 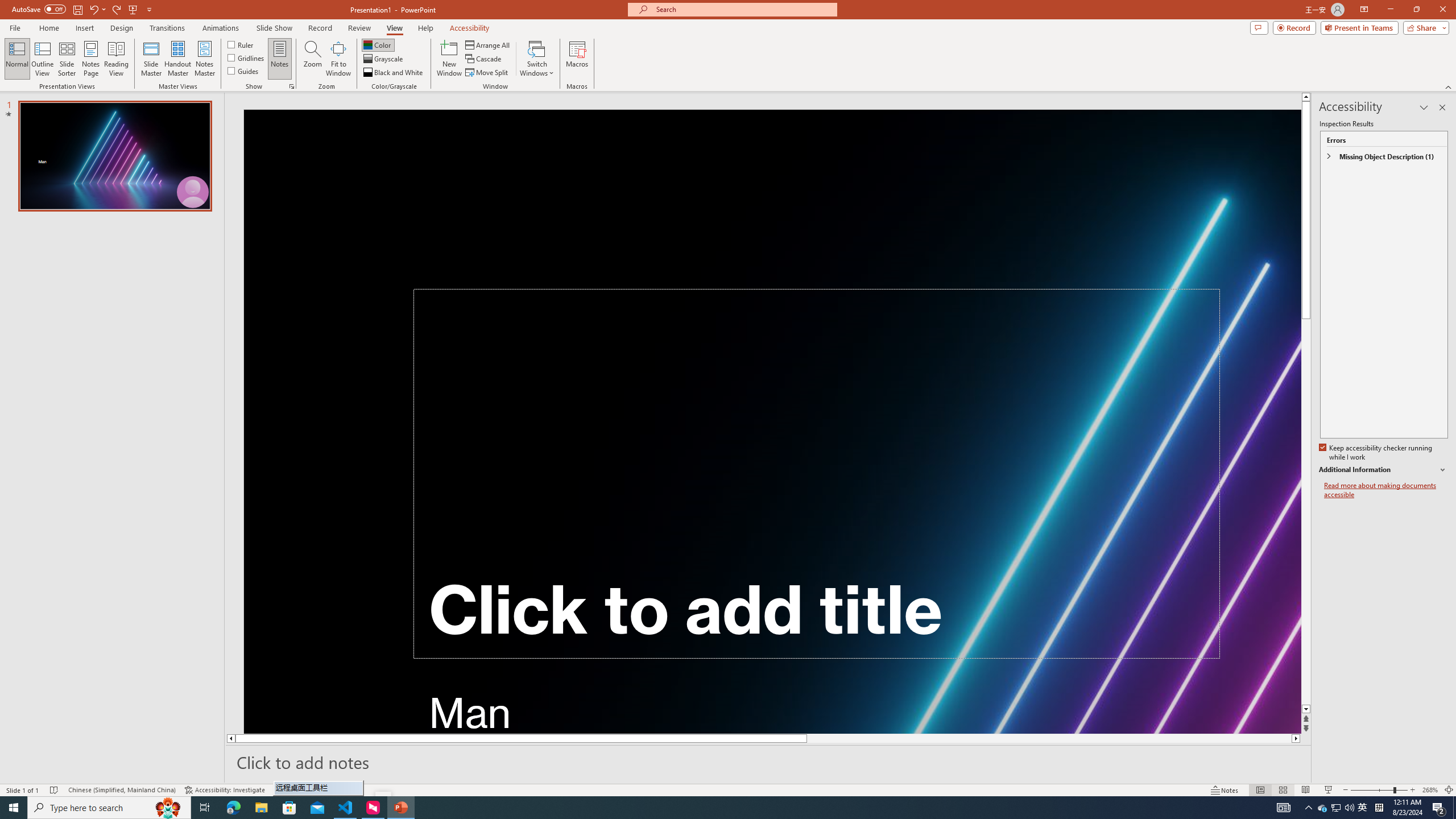 What do you see at coordinates (378, 44) in the screenshot?
I see `'Color'` at bounding box center [378, 44].